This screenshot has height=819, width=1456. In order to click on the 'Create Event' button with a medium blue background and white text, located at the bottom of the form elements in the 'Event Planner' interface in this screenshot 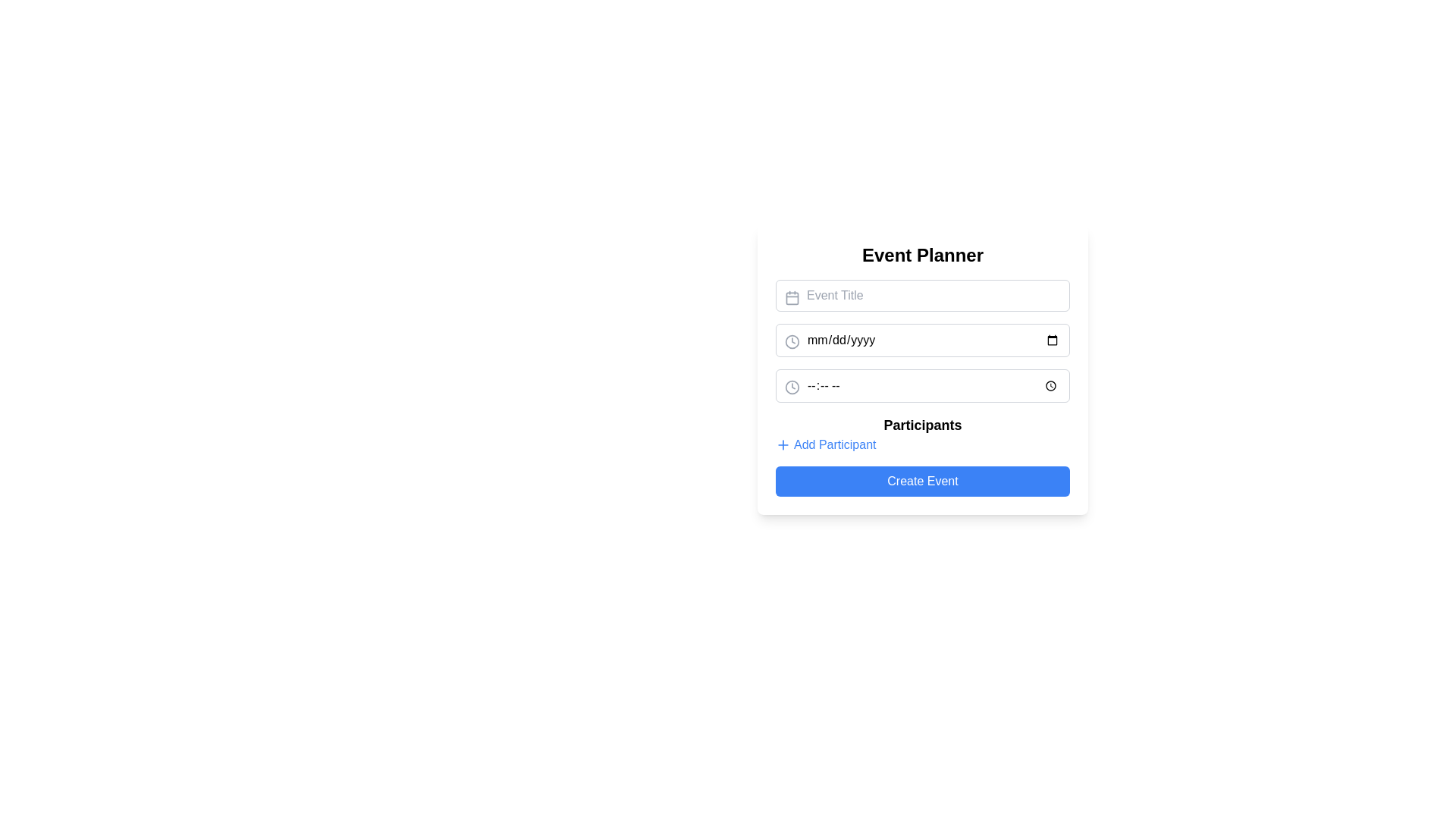, I will do `click(922, 482)`.